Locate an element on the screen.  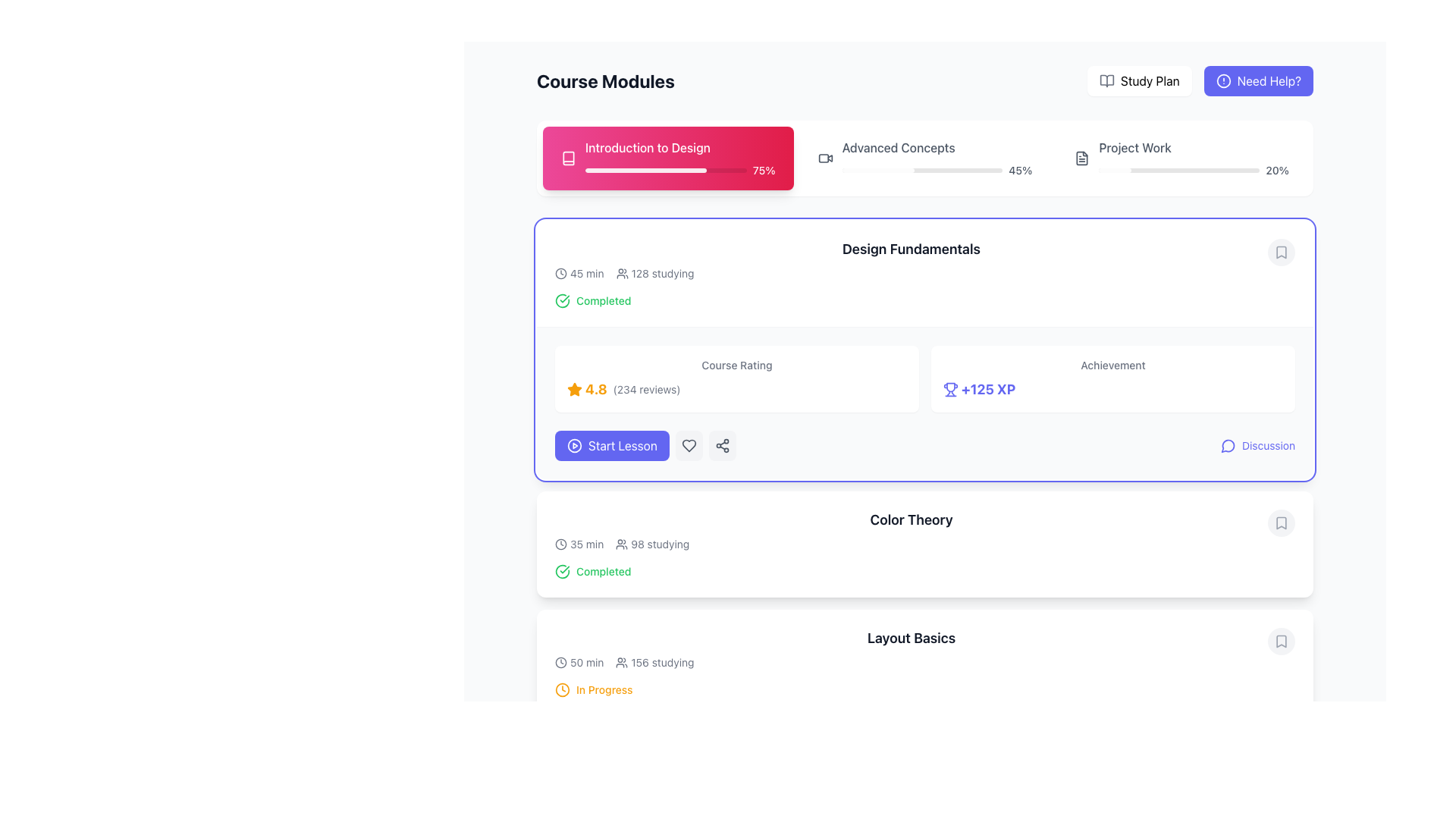
the progress state of the horizontal progress bar located beneath the 'Advanced Concepts' label in the 'Course Modules' section is located at coordinates (921, 170).